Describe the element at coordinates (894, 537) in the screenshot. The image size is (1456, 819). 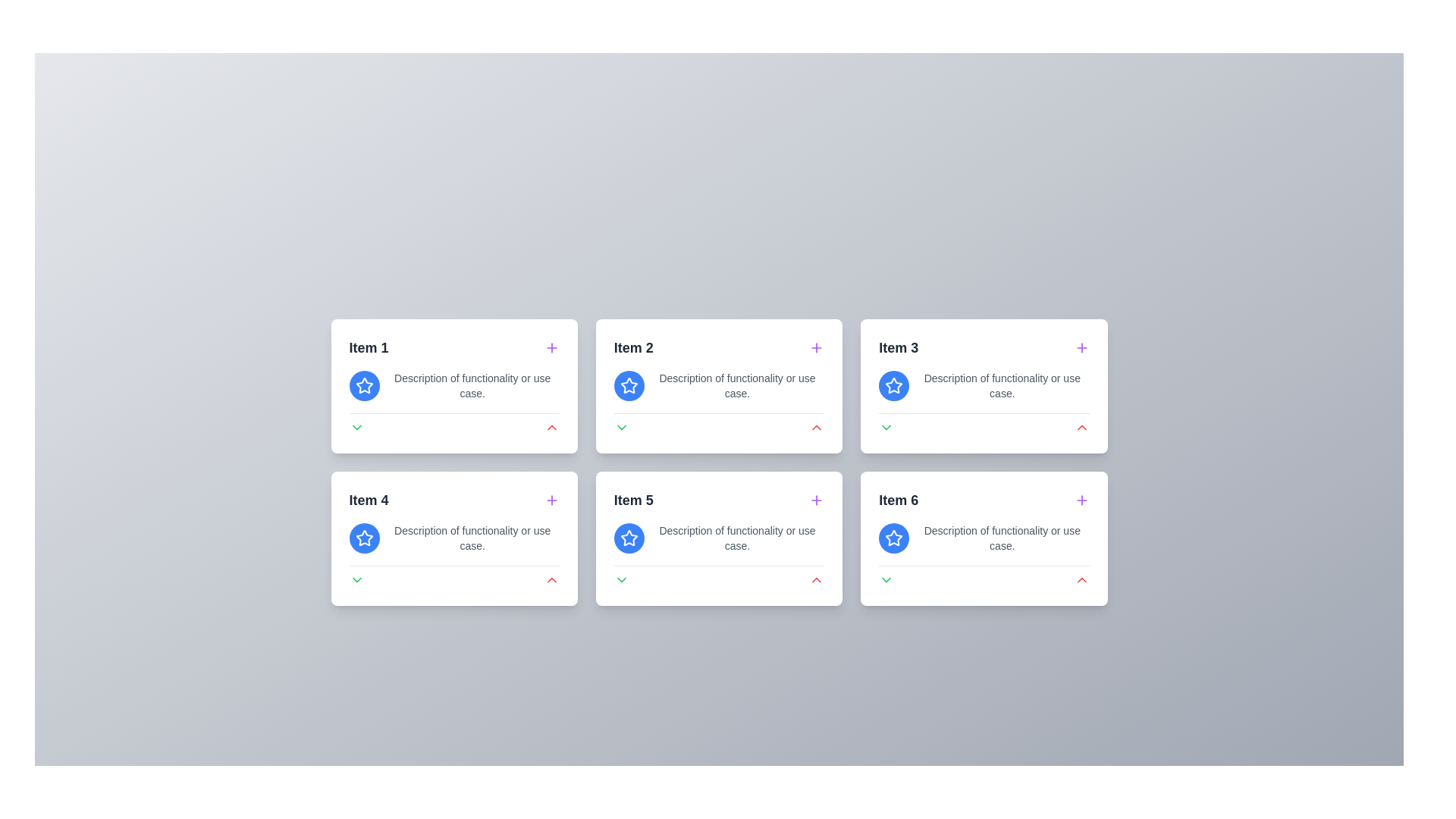
I see `the Icon button located in the top-left section of the card labeled 'Item 6', which is aligned with the text 'Description of functionality or use case.'` at that location.